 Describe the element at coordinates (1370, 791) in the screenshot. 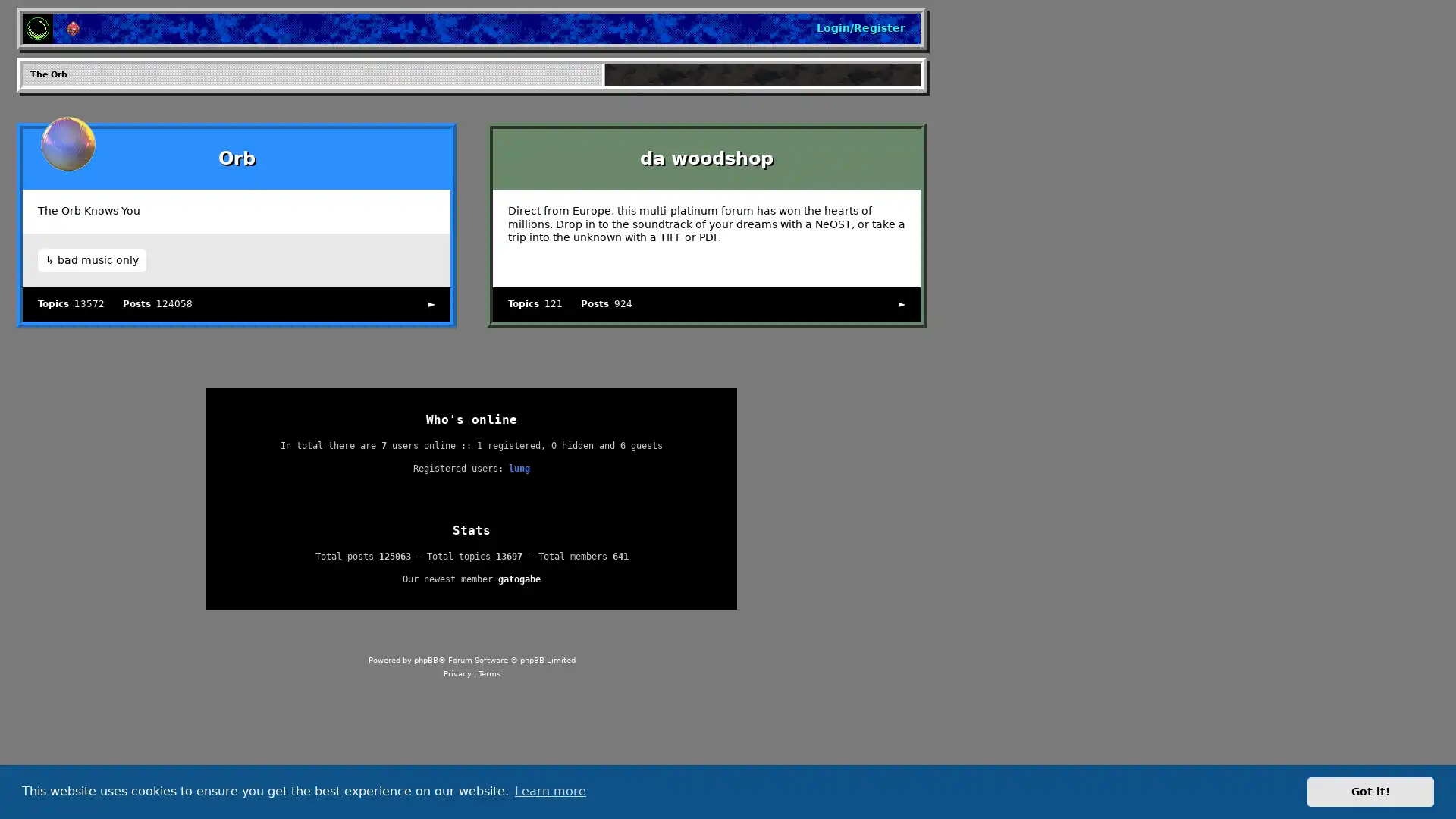

I see `dismiss cookie message` at that location.